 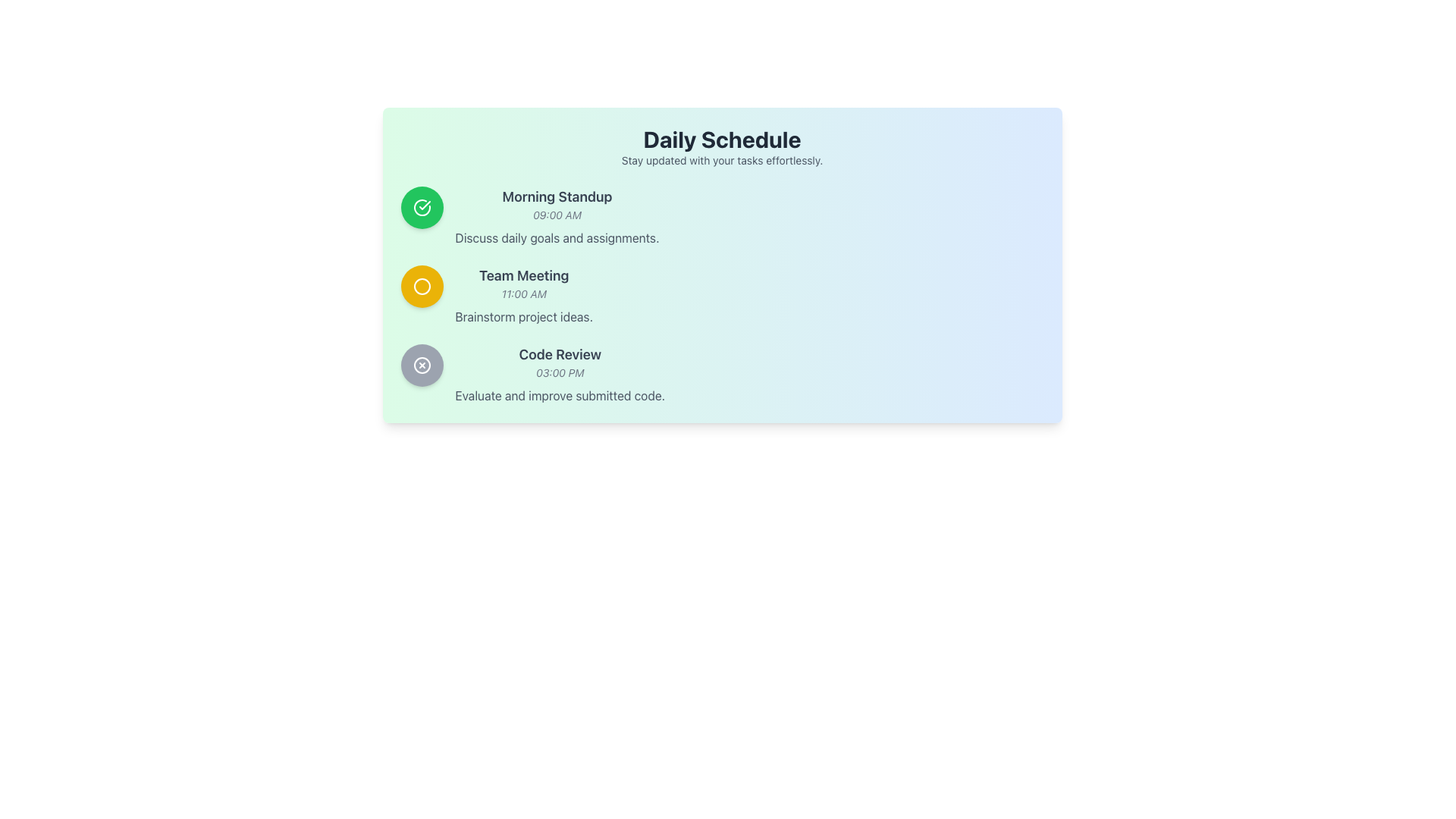 What do you see at coordinates (422, 207) in the screenshot?
I see `the button` at bounding box center [422, 207].